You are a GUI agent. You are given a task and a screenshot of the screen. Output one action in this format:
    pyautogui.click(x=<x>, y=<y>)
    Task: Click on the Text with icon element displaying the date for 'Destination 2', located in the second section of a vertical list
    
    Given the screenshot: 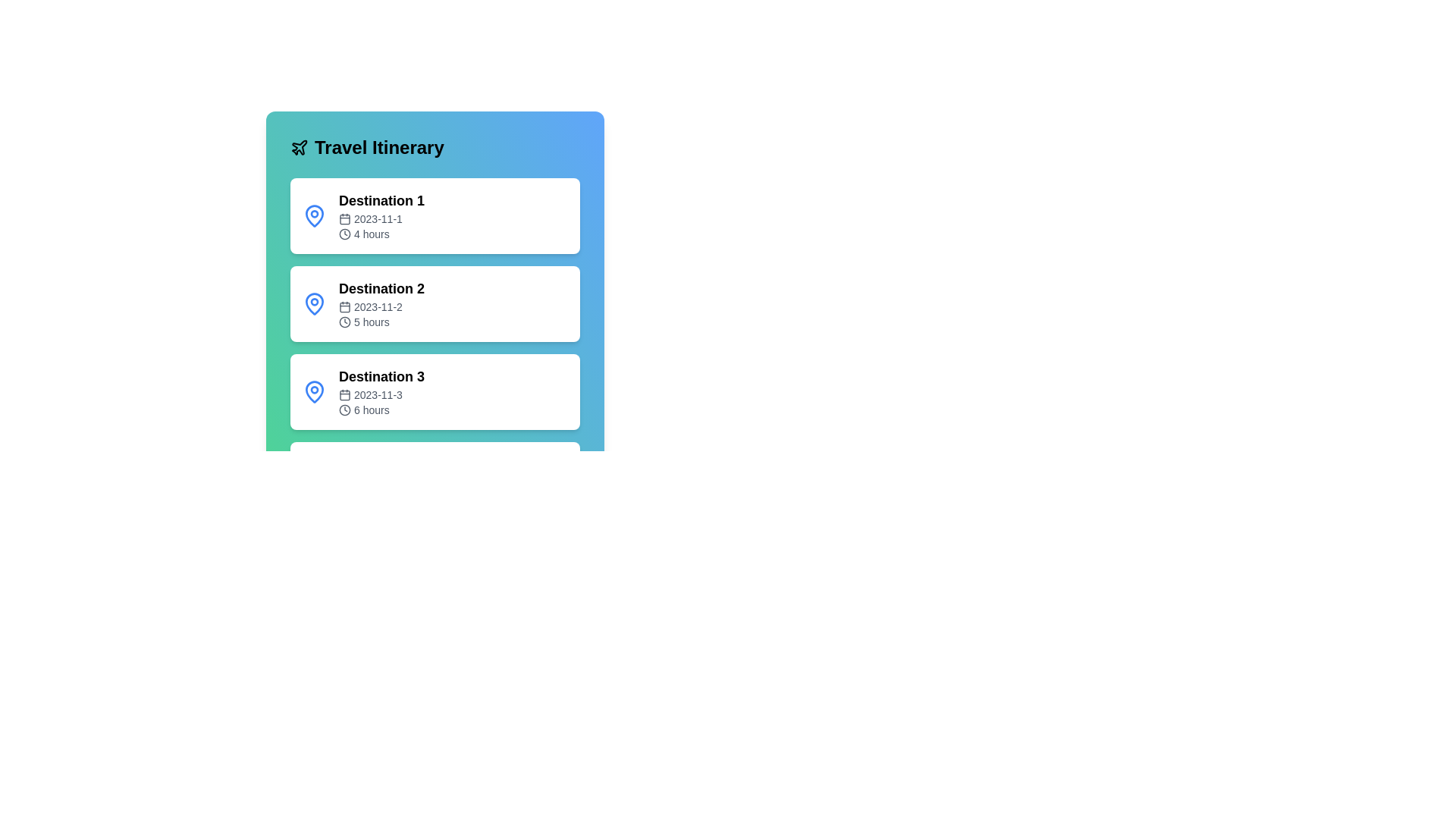 What is the action you would take?
    pyautogui.click(x=381, y=307)
    